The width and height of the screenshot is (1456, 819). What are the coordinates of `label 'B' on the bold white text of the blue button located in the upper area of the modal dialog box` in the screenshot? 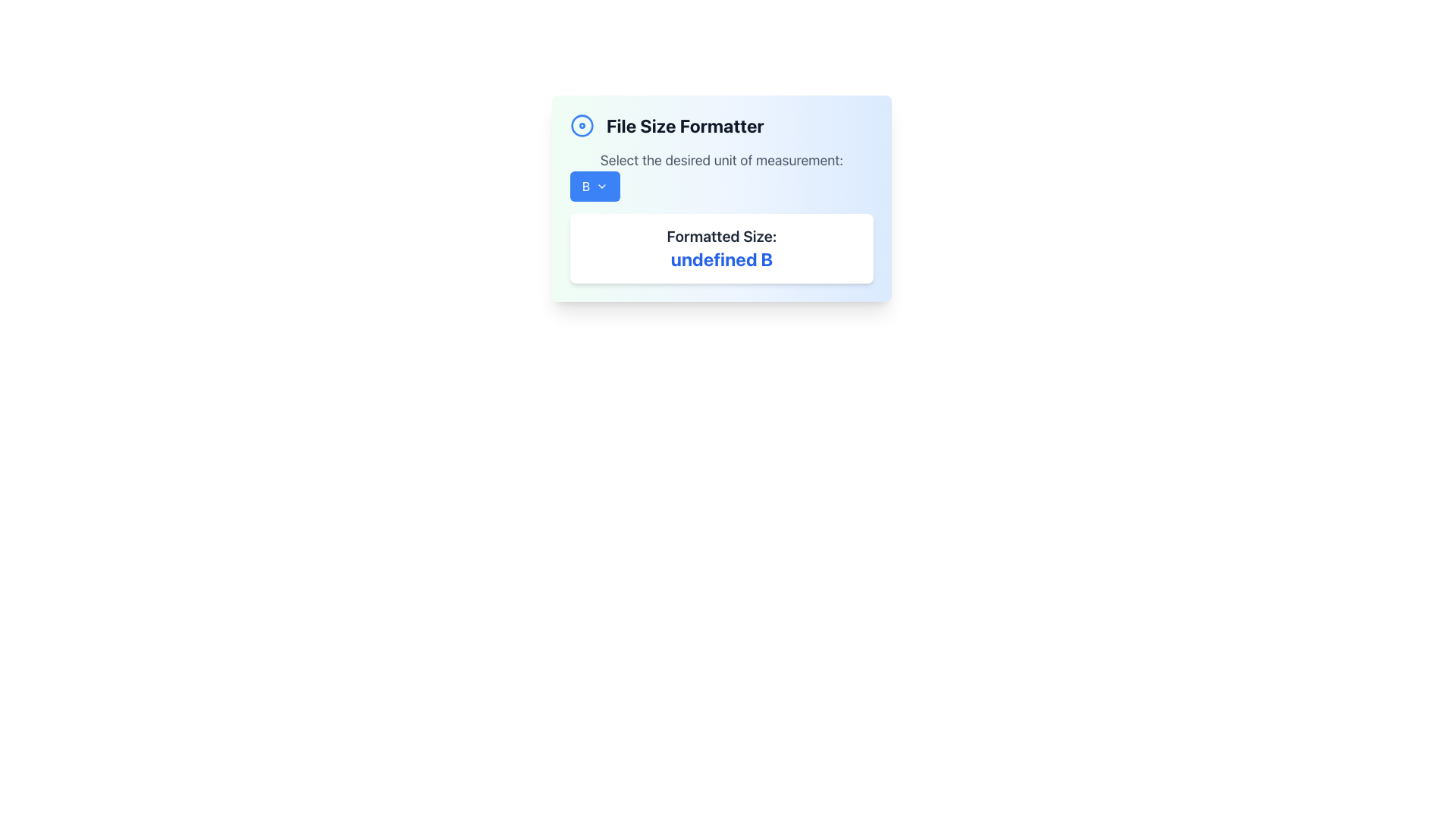 It's located at (585, 186).